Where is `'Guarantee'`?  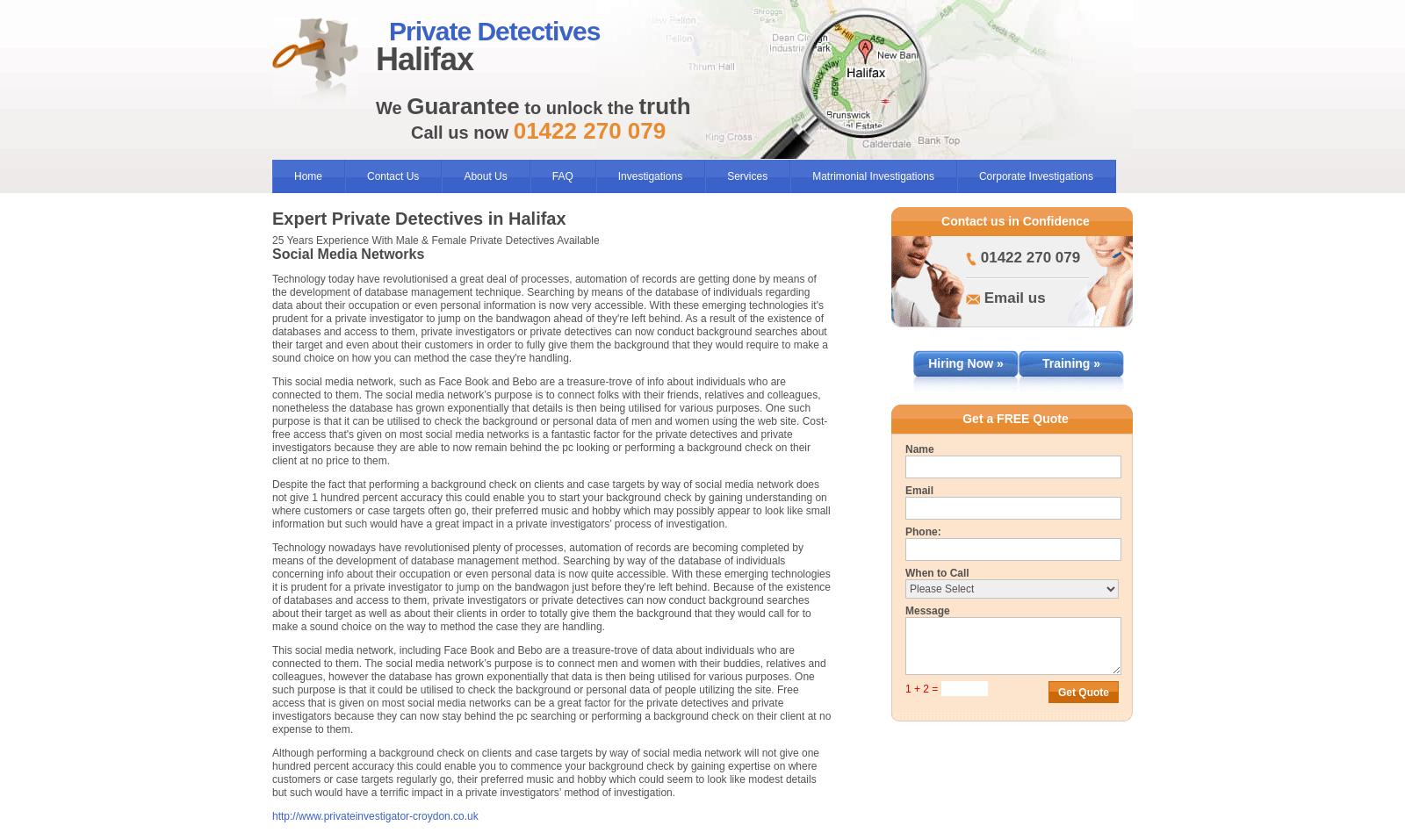 'Guarantee' is located at coordinates (462, 105).